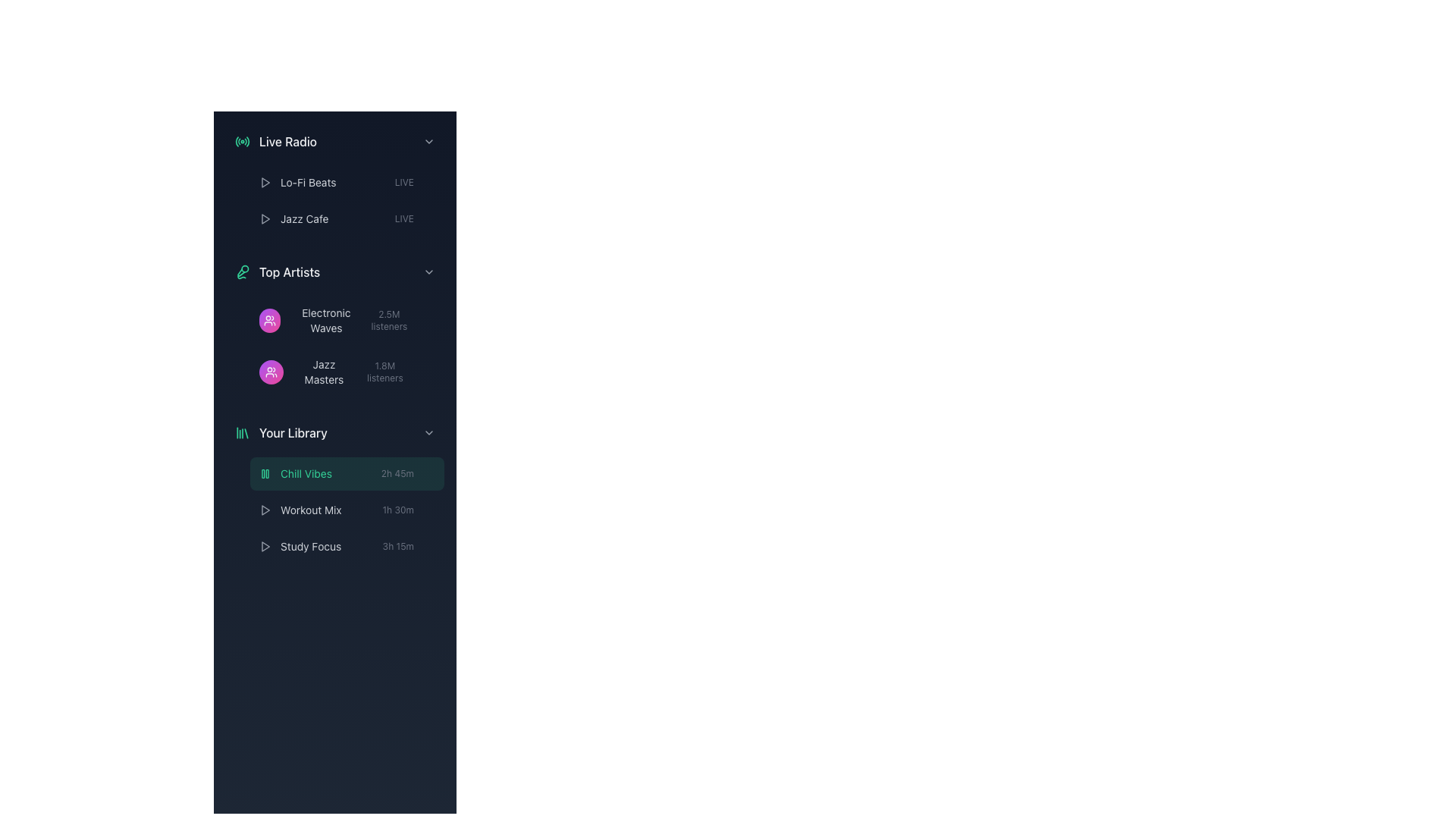 This screenshot has width=1456, height=819. What do you see at coordinates (428, 141) in the screenshot?
I see `the Icon (Chevron-right, rotated downward as a downward arrow) positioned at the far right side of the 'Live Radio' item` at bounding box center [428, 141].